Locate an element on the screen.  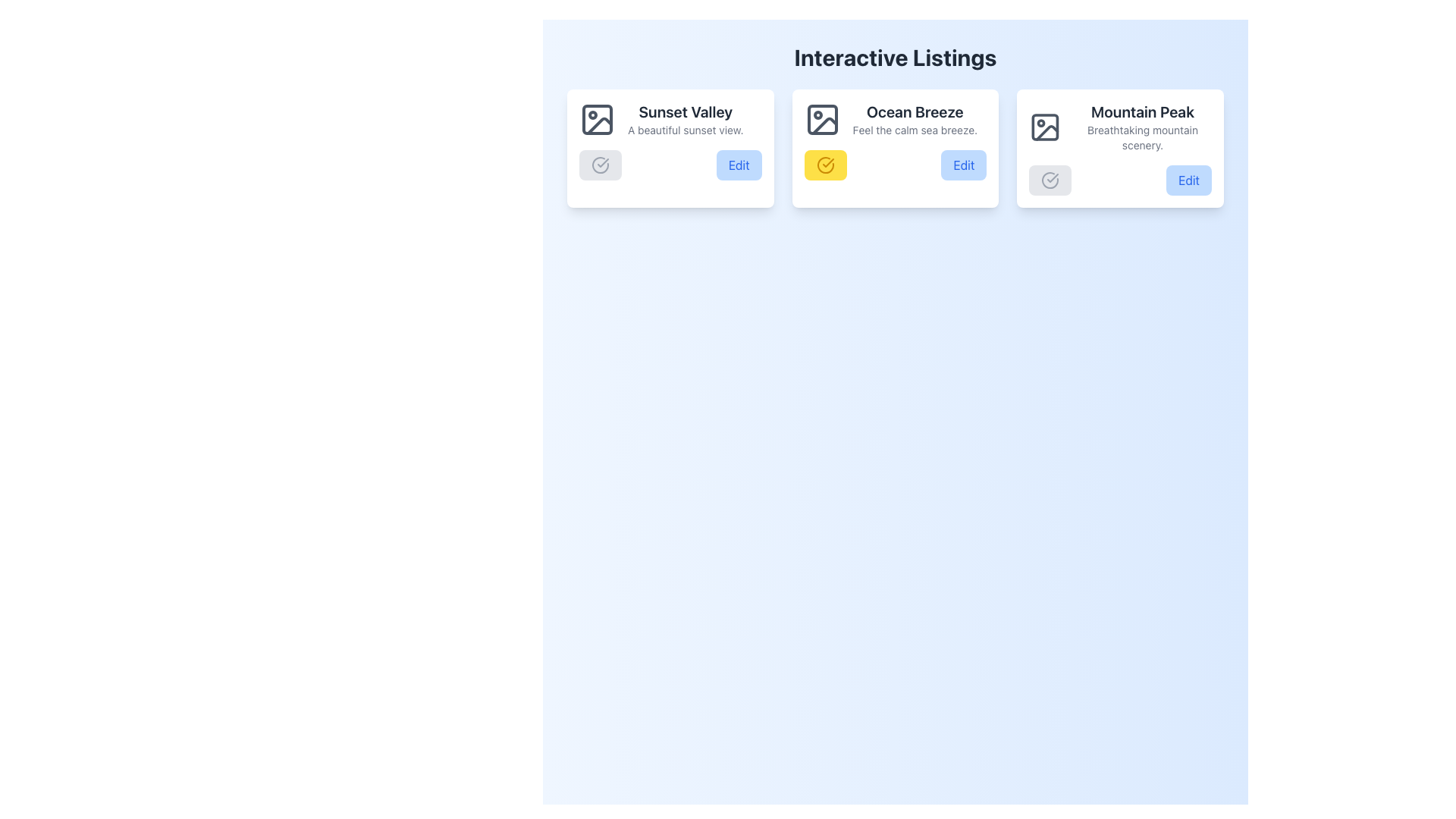
the text content element that serves as a label for the second card in a three-card layout, located in the center row is located at coordinates (914, 119).